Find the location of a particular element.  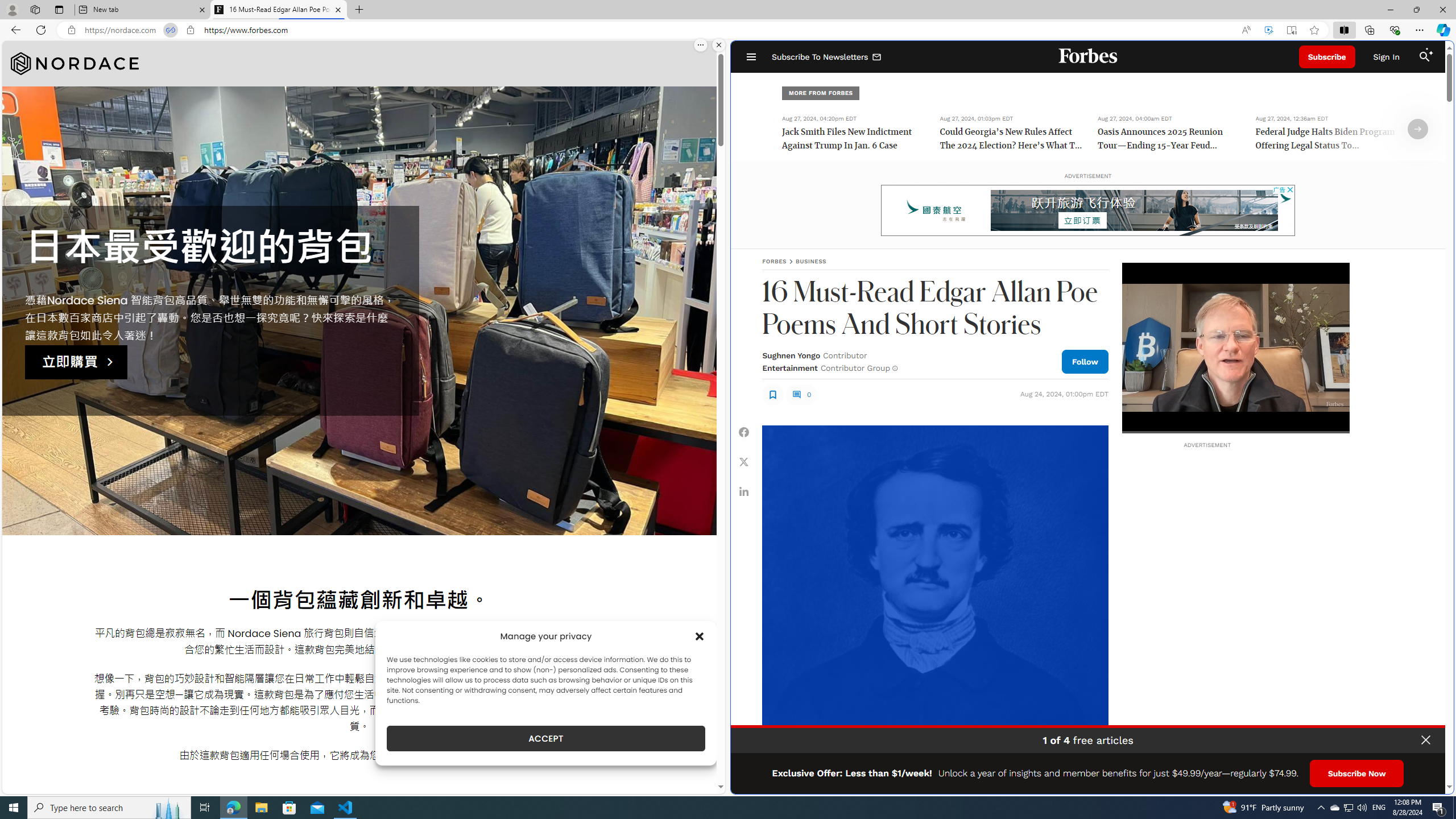

'Collections' is located at coordinates (1368, 29).